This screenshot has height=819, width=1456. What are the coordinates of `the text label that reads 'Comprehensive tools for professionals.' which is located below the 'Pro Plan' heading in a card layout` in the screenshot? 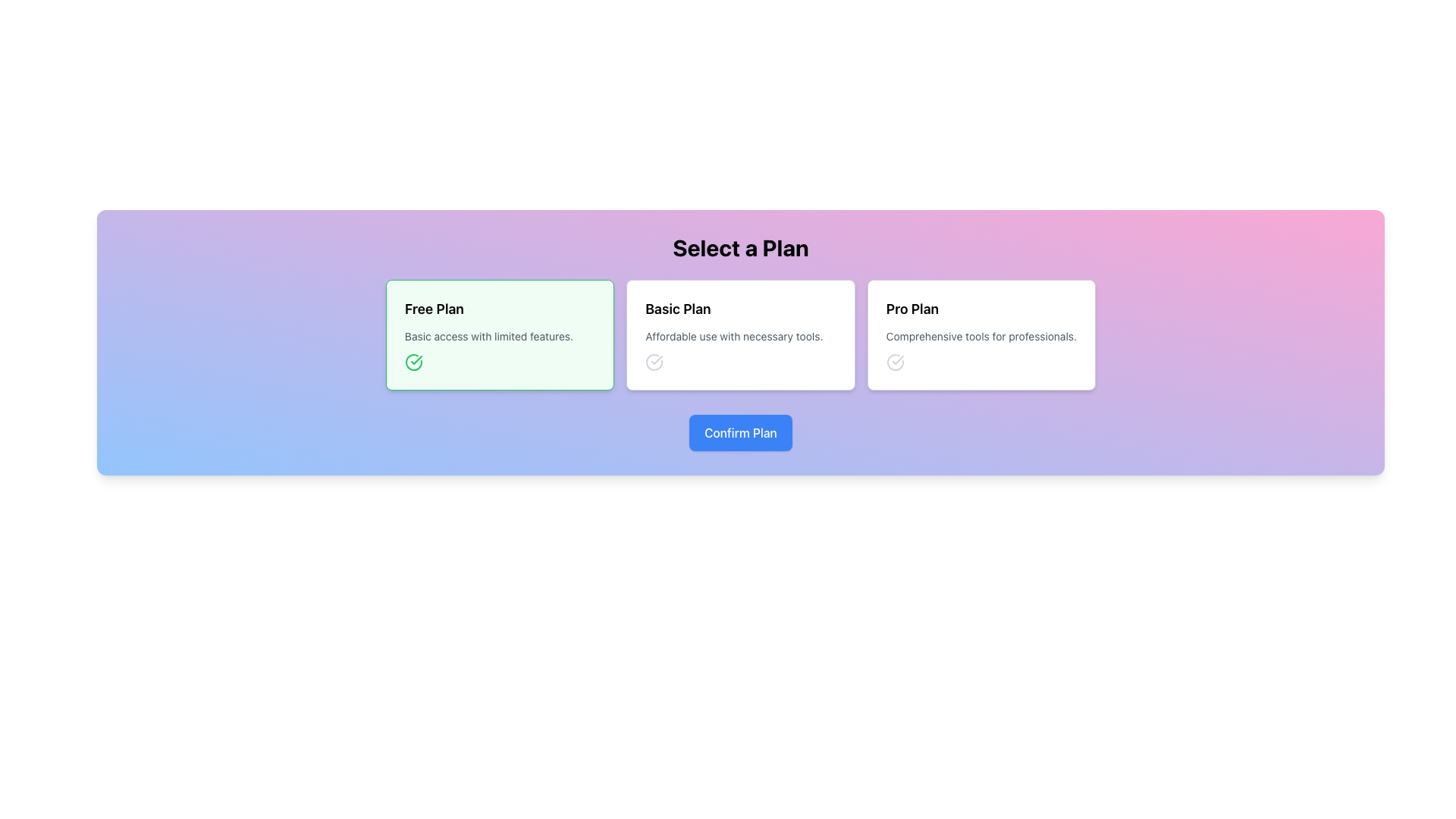 It's located at (981, 335).